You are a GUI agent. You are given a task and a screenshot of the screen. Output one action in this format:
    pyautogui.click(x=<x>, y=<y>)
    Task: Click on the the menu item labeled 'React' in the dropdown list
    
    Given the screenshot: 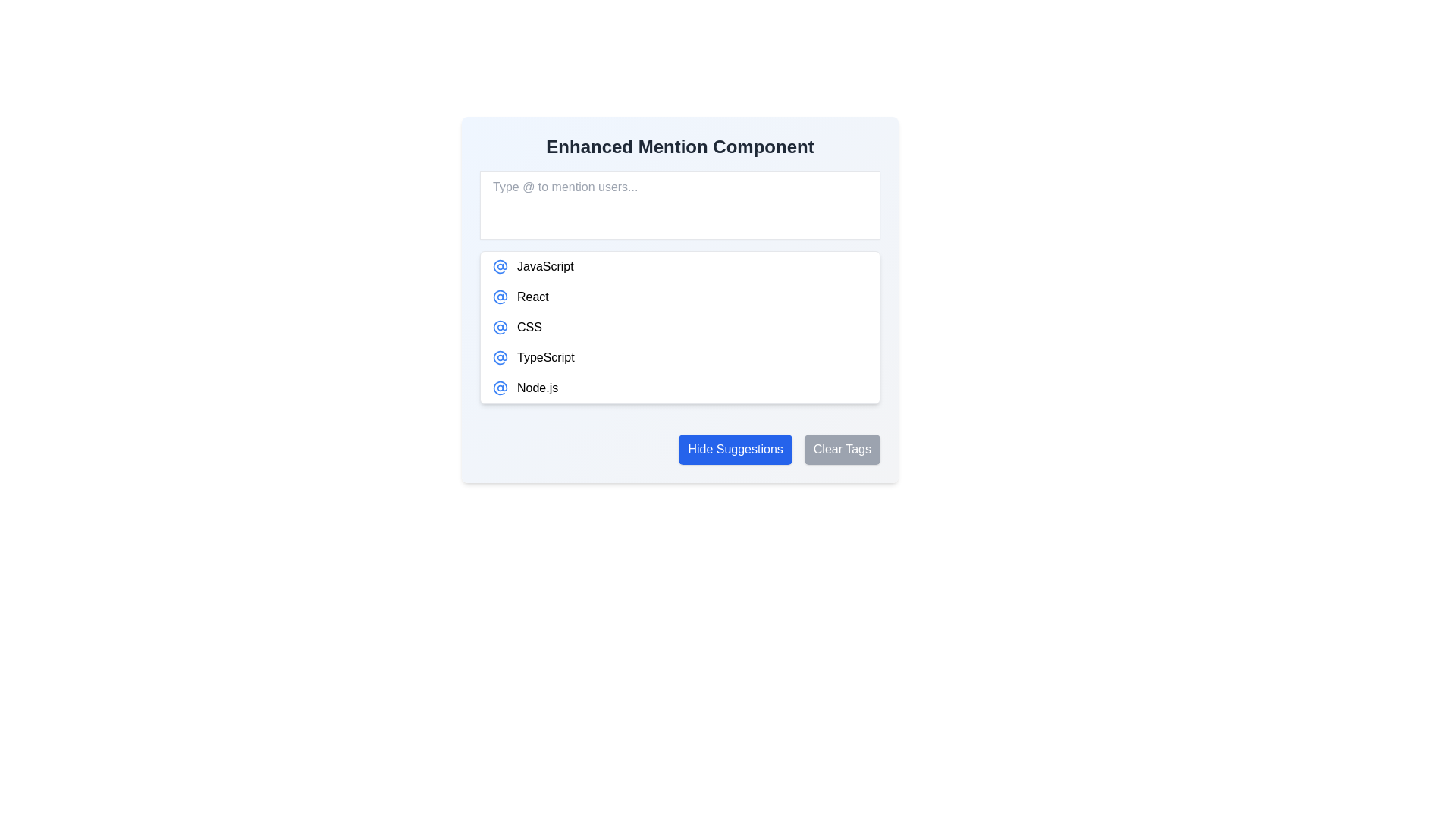 What is the action you would take?
    pyautogui.click(x=679, y=297)
    